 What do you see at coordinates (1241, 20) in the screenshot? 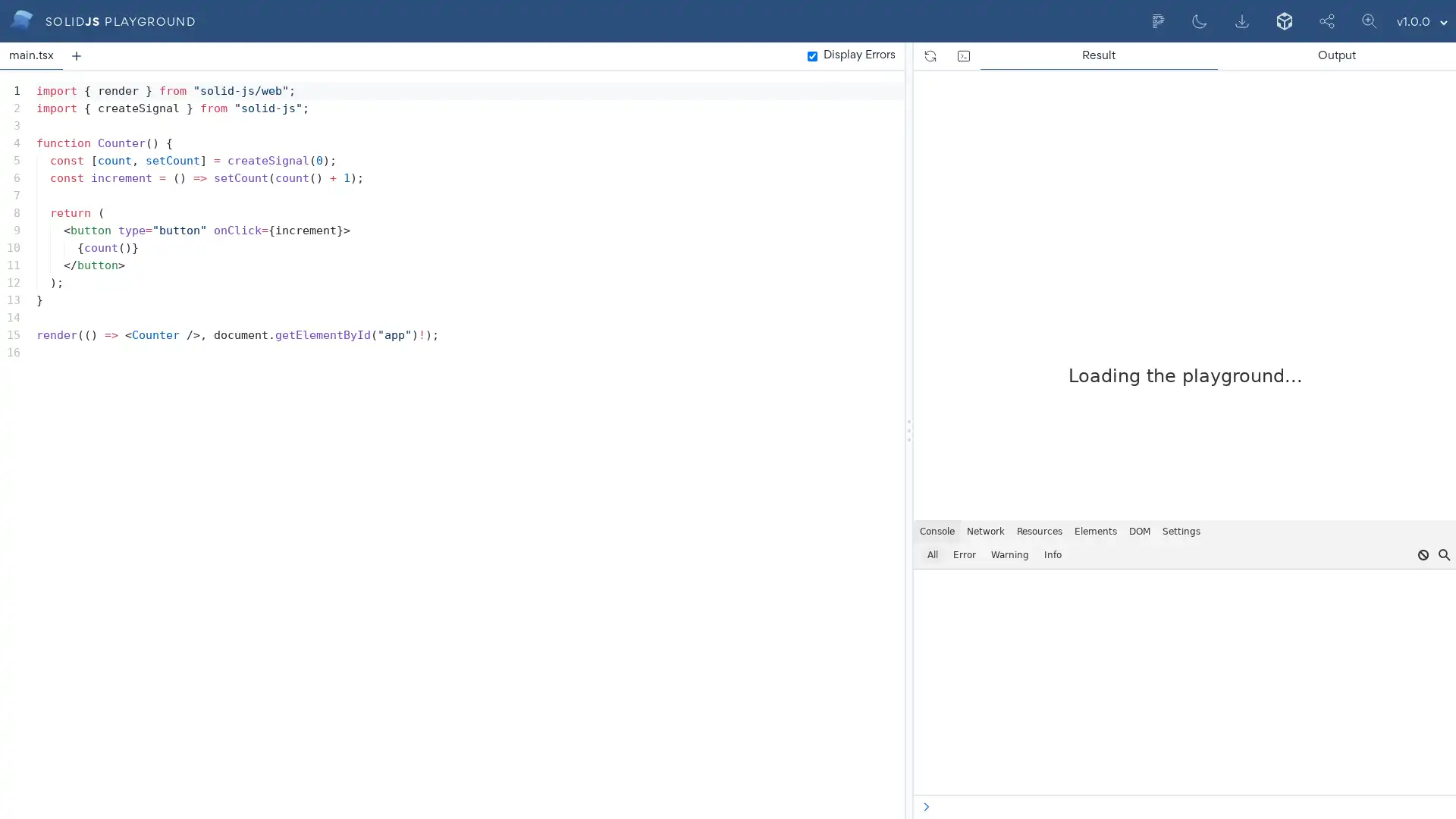
I see `Export to Zip` at bounding box center [1241, 20].